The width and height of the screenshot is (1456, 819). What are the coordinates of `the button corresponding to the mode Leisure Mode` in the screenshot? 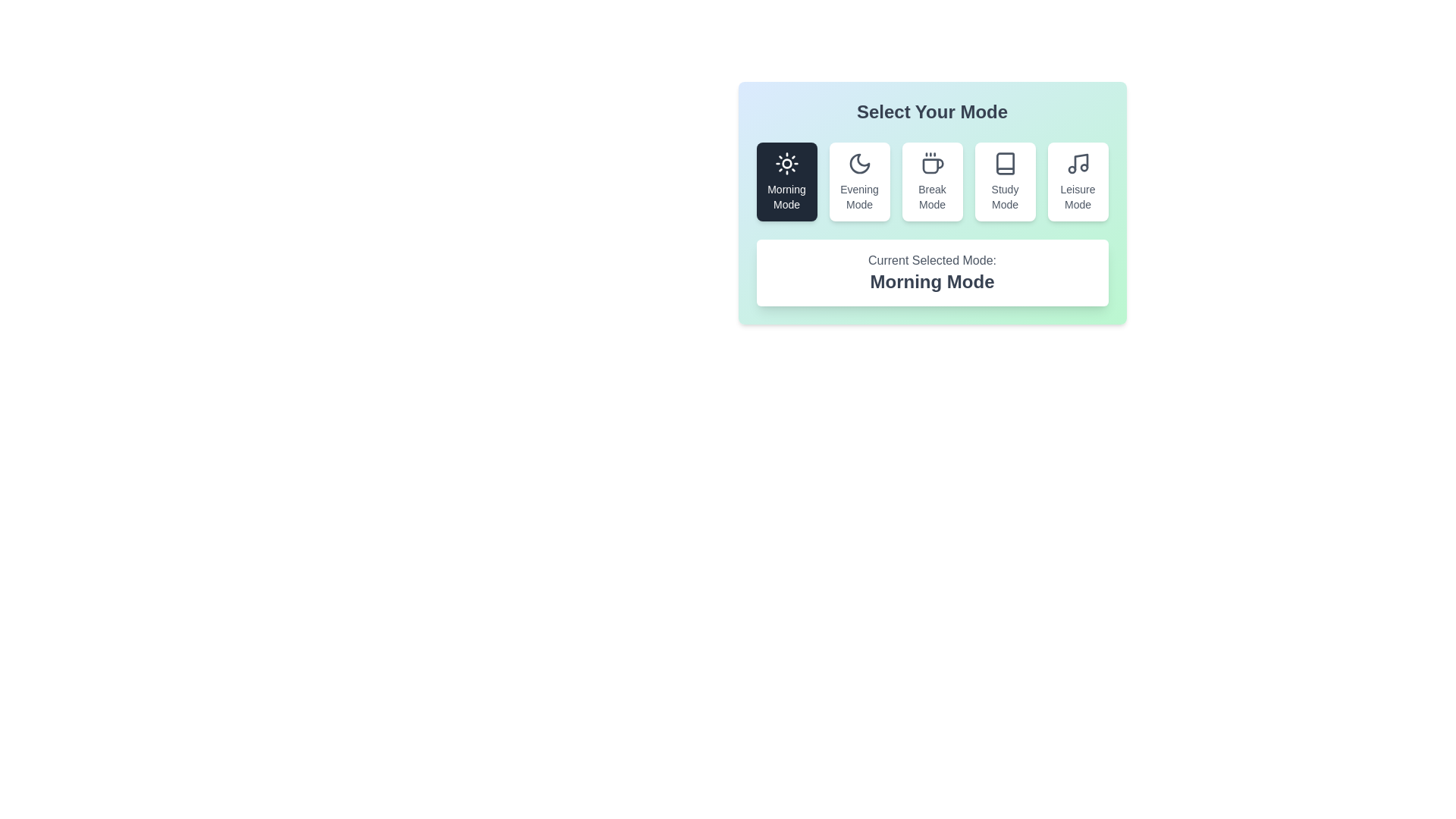 It's located at (1077, 180).